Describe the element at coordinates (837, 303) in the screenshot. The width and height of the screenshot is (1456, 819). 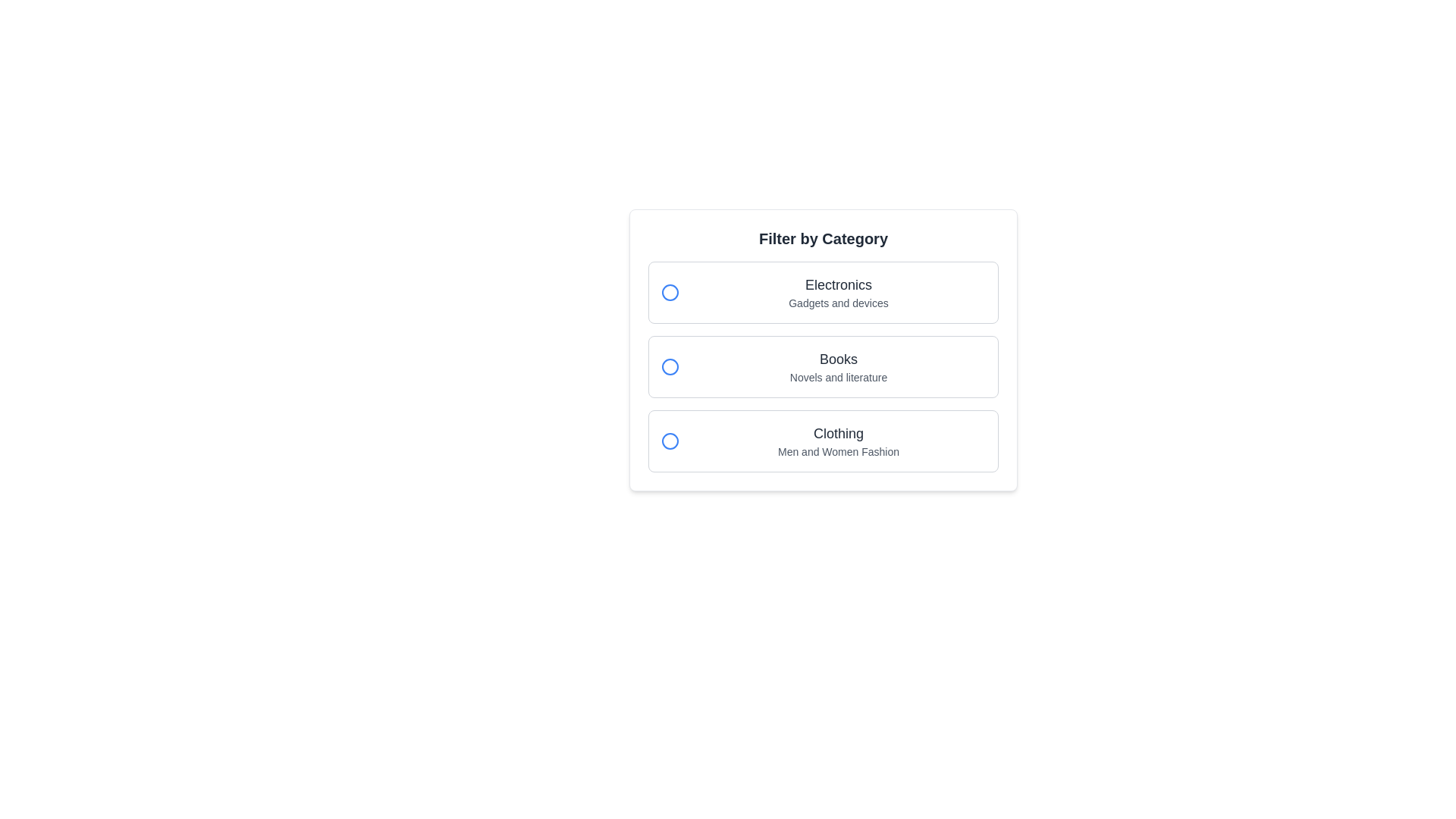
I see `the text label reading 'Gadgets and devices', which is styled in gray and positioned below the heading 'Electronics' in the filter options` at that location.